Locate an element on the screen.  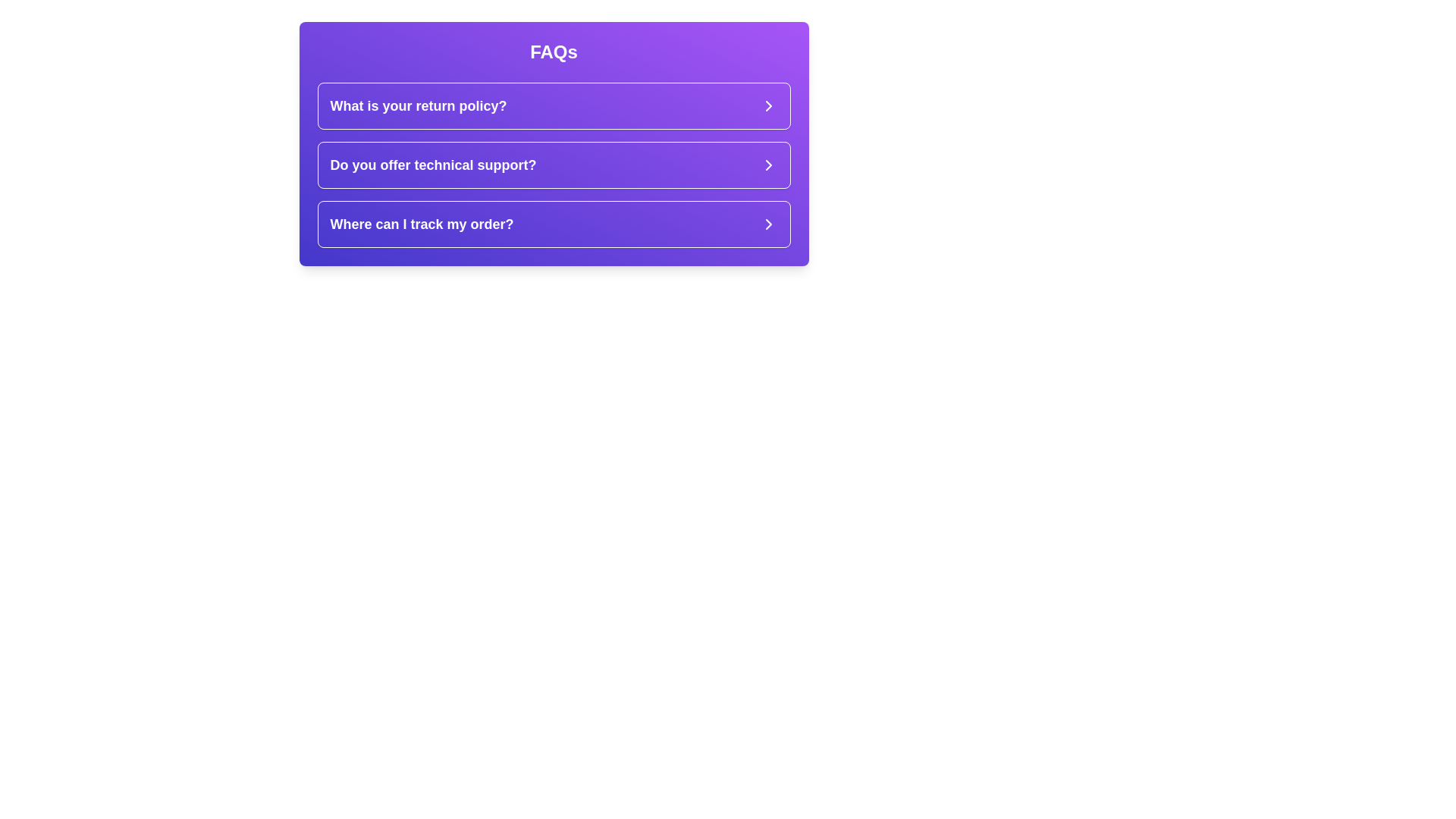
the second FAQ item located below 'What is your return policy?' and above 'Where can I track my order?' is located at coordinates (553, 165).